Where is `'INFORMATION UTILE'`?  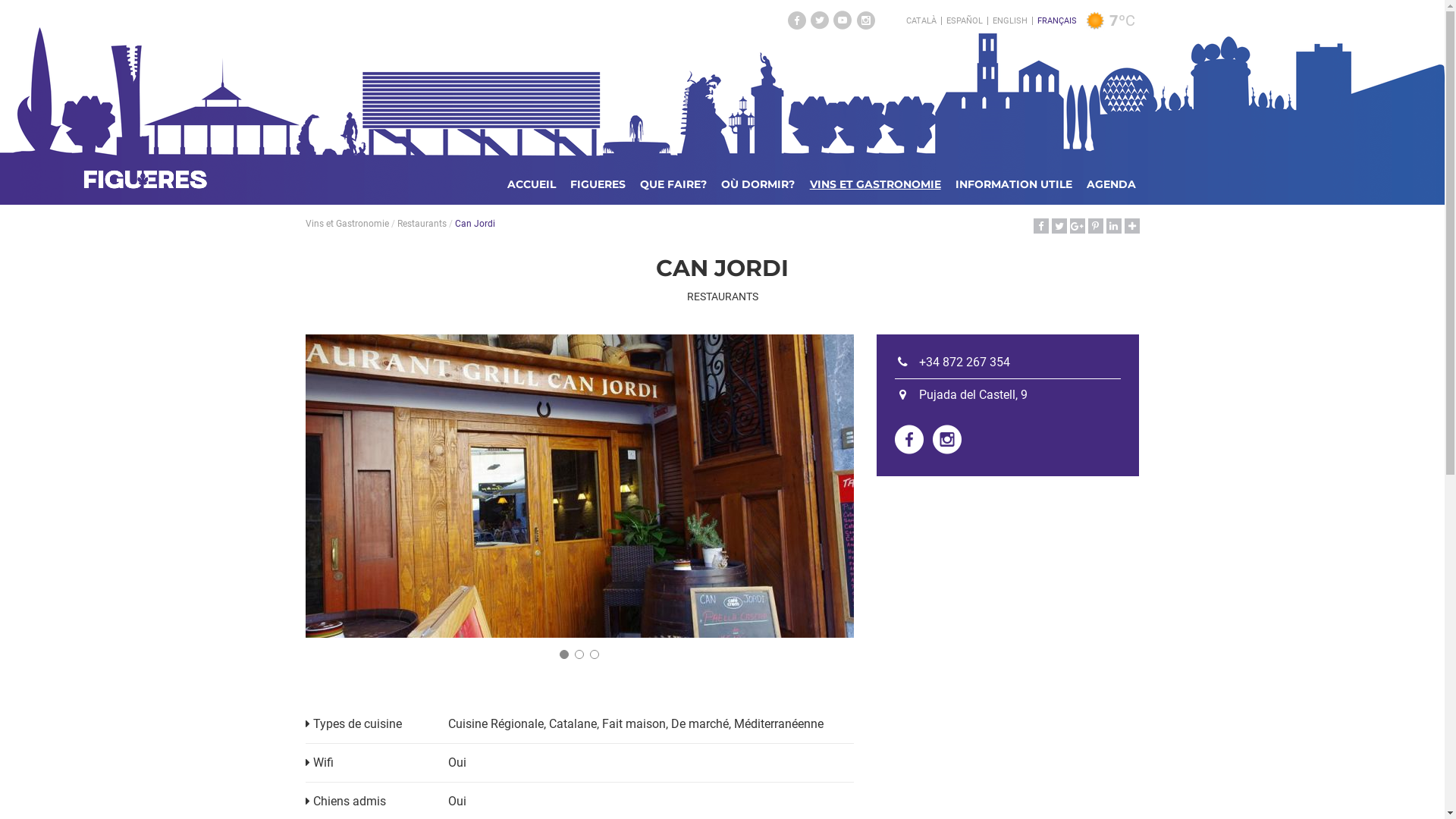 'INFORMATION UTILE' is located at coordinates (1014, 184).